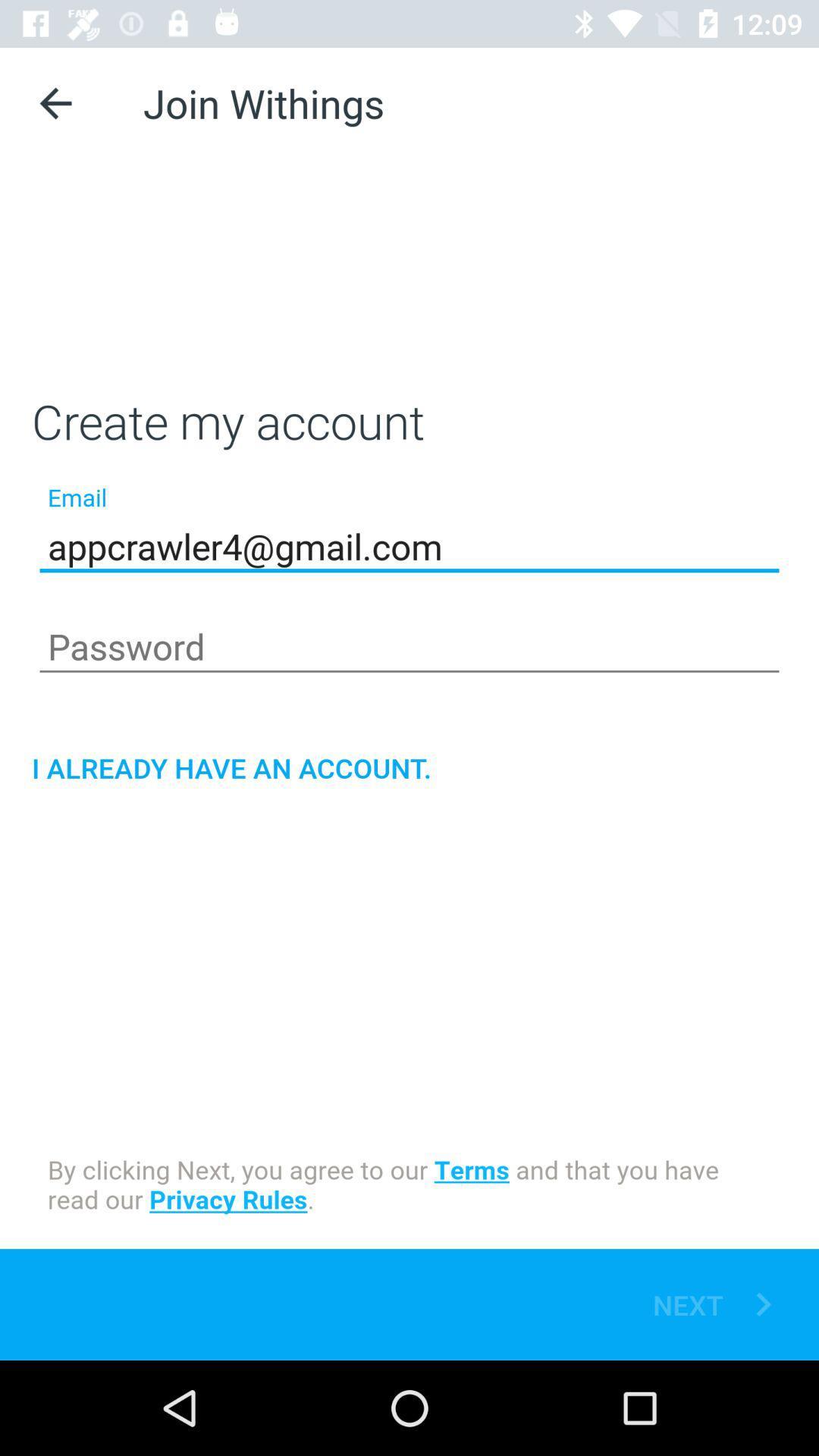  What do you see at coordinates (409, 1186) in the screenshot?
I see `terms and privacy rules` at bounding box center [409, 1186].